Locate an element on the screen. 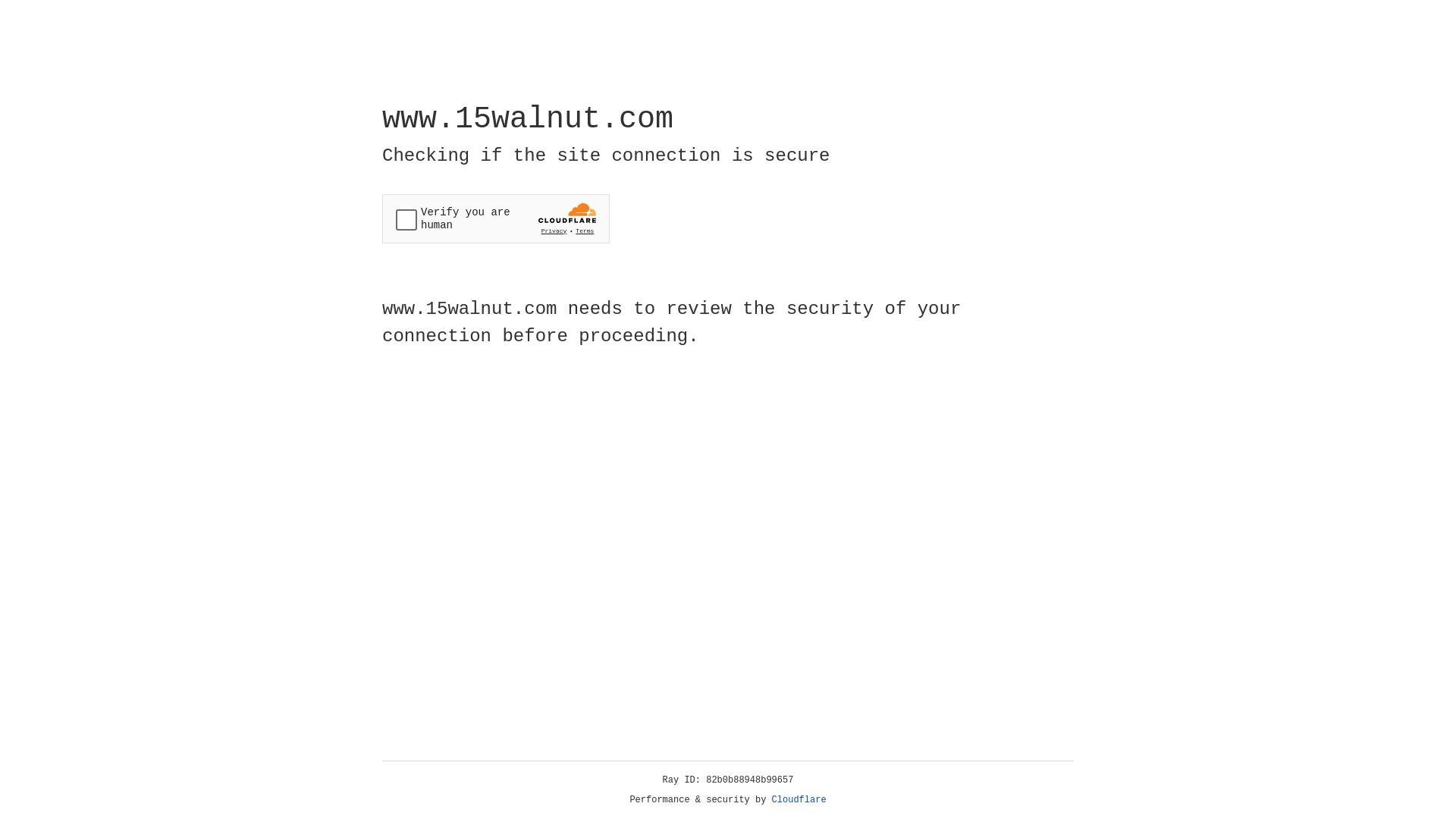 Image resolution: width=1456 pixels, height=819 pixels. 'Widget containing a Cloudflare security challenge' is located at coordinates (495, 218).